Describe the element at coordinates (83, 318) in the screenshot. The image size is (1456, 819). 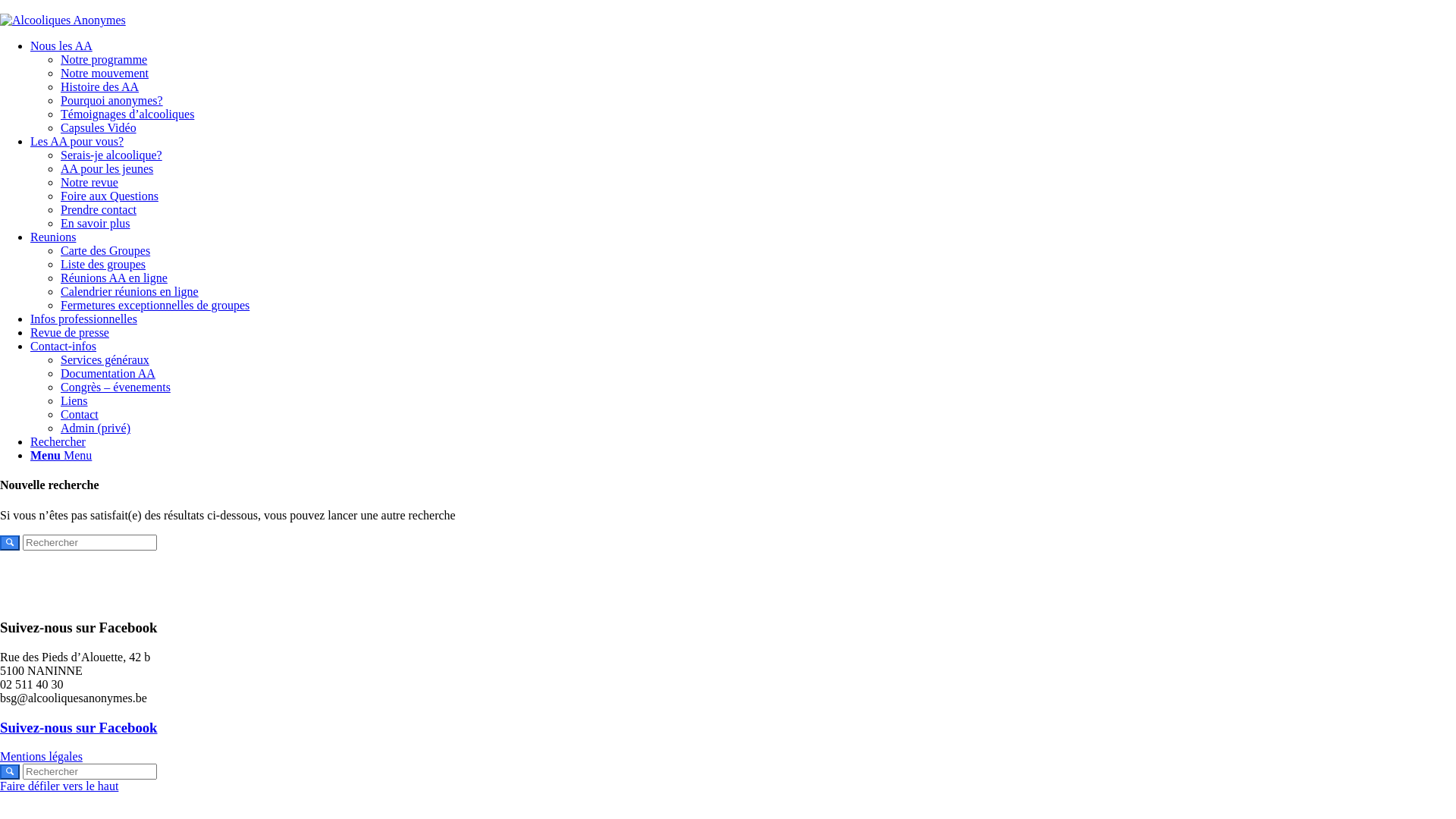
I see `'Infos professionnelles'` at that location.